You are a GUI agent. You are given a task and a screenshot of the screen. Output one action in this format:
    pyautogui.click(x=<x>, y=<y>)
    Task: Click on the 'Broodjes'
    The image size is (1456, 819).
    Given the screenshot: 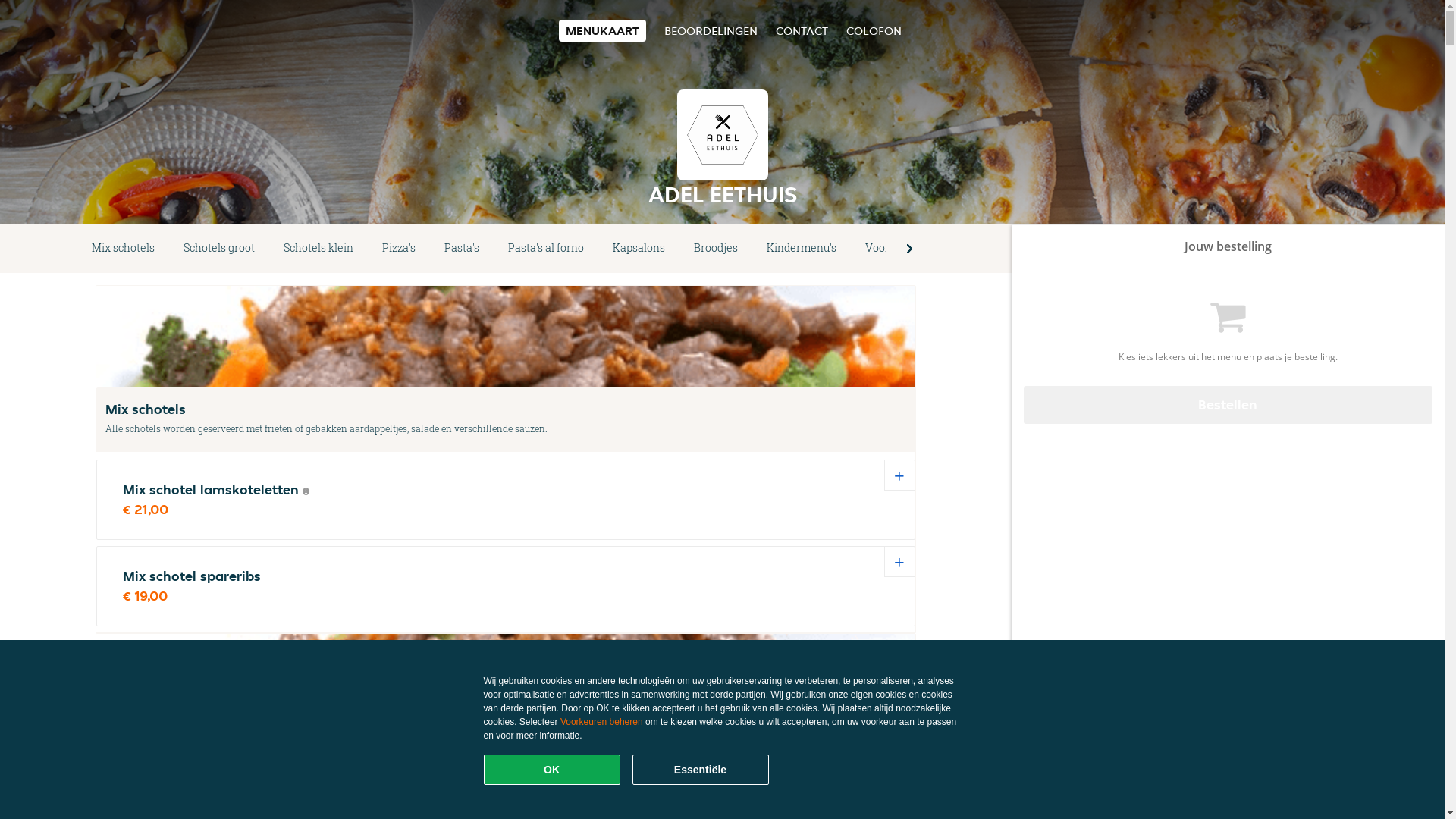 What is the action you would take?
    pyautogui.click(x=715, y=247)
    